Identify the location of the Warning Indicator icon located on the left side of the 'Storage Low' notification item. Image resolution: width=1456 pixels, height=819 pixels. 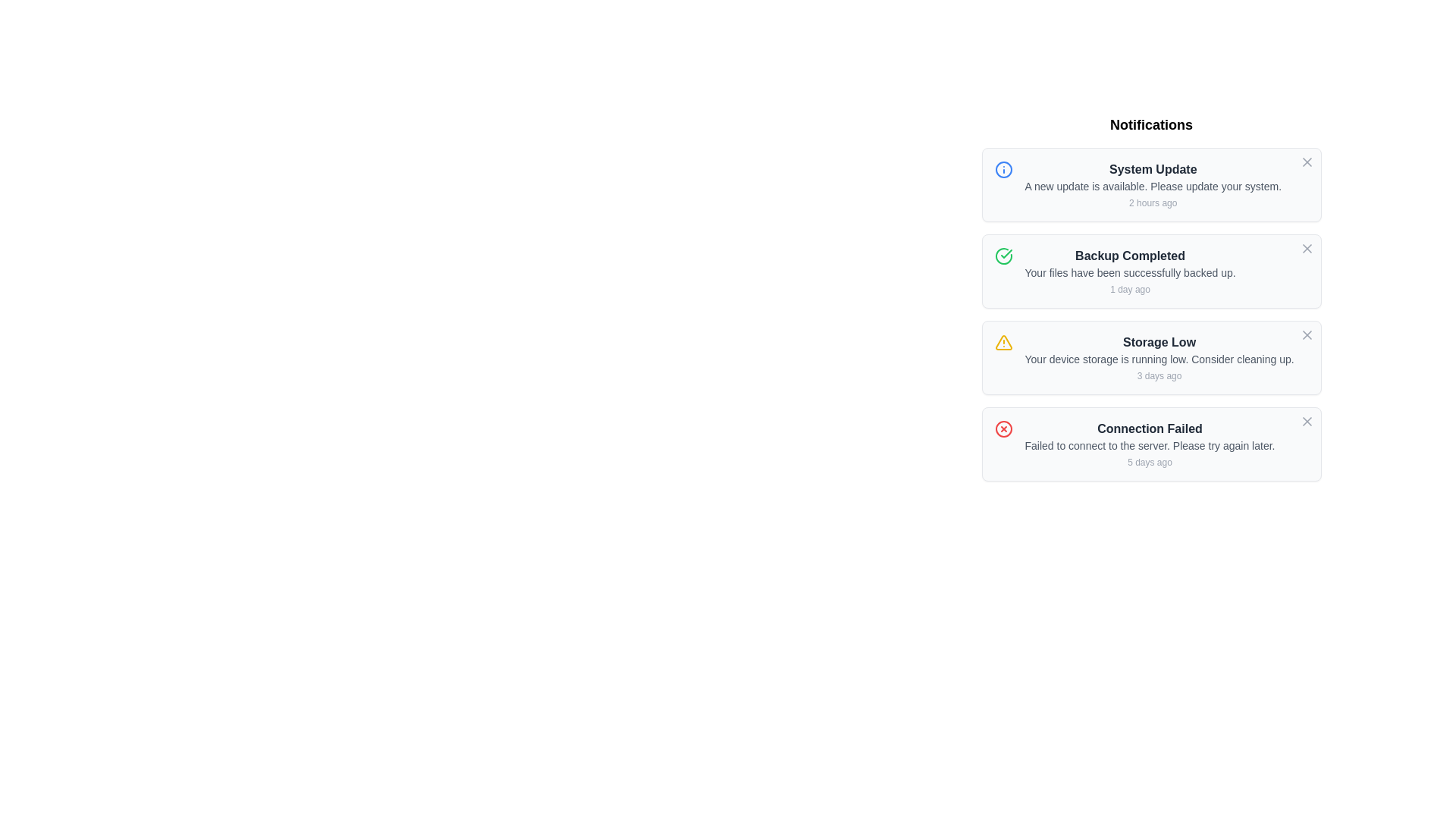
(1003, 342).